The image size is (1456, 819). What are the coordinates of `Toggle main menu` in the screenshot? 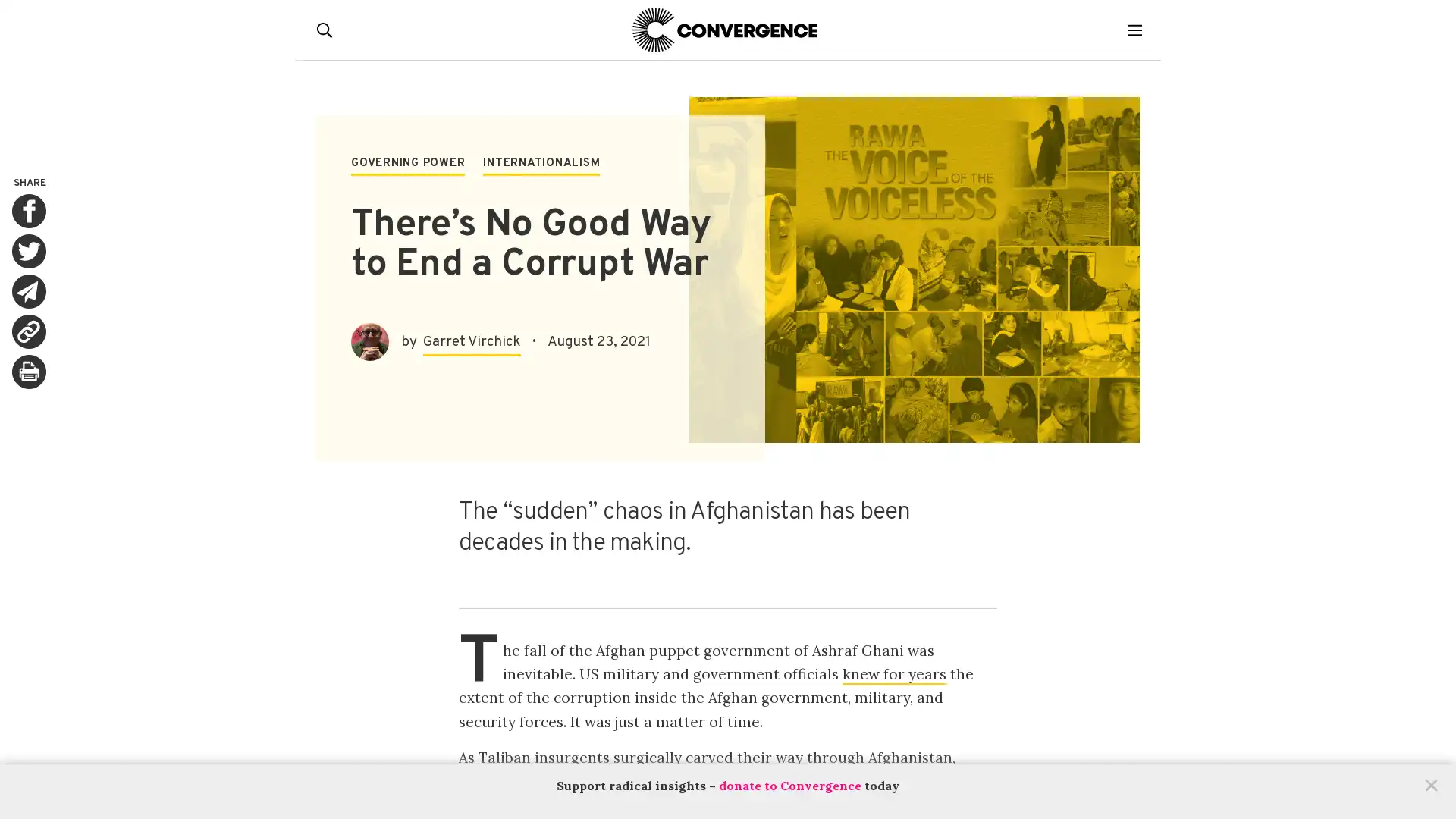 It's located at (1139, 29).